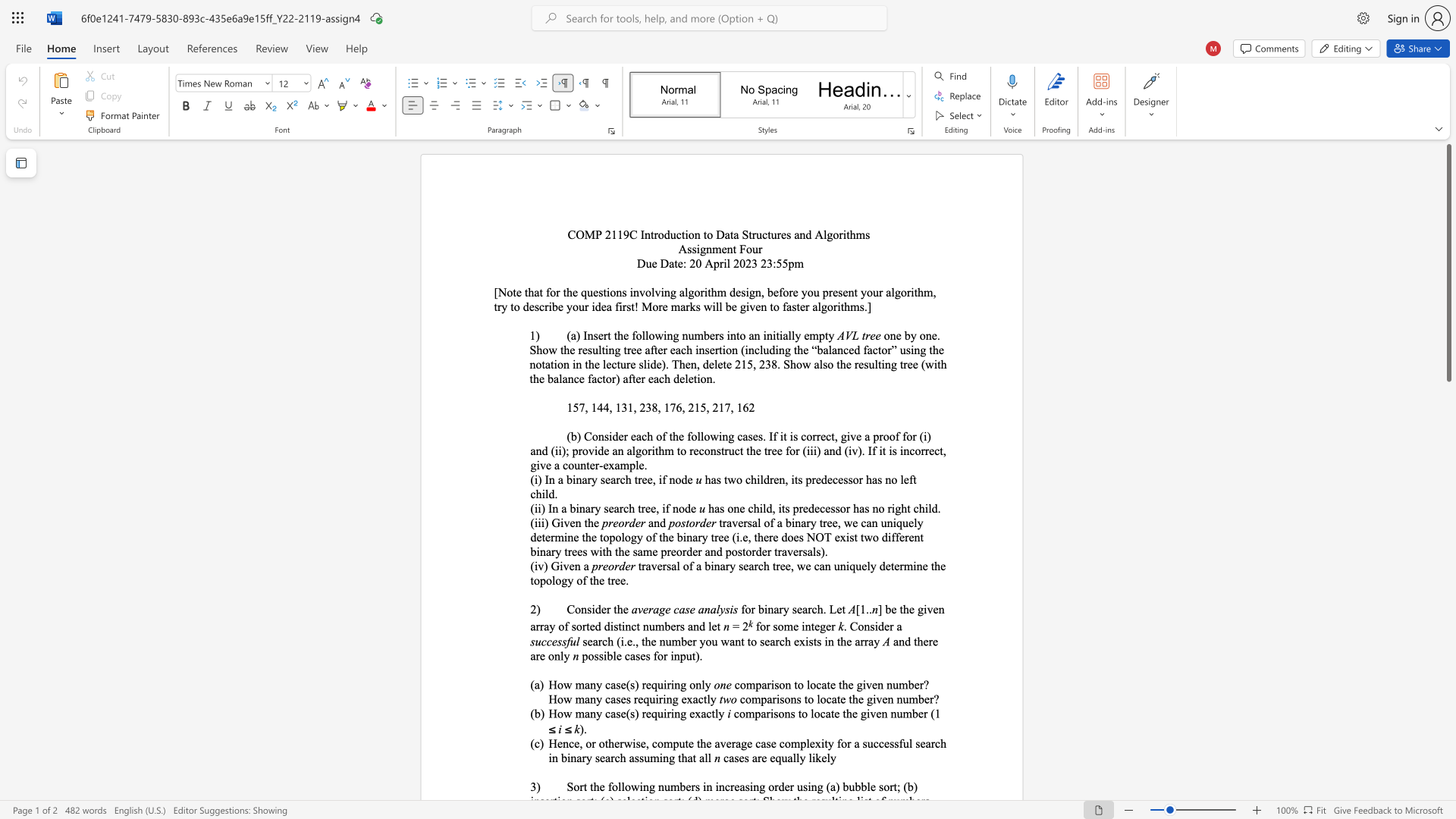  I want to click on the 1th character "y" in the text, so click(733, 566).